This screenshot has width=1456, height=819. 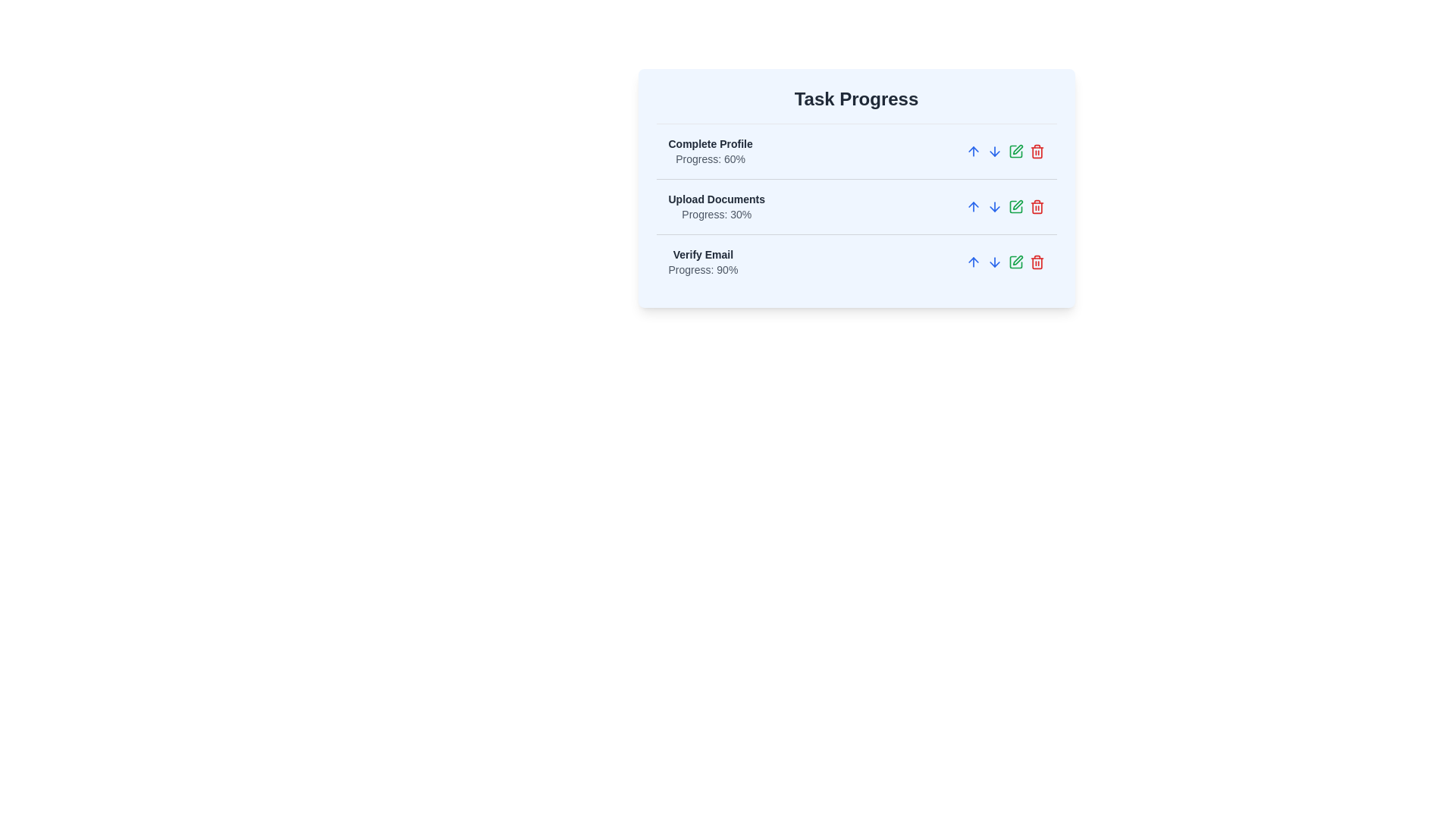 What do you see at coordinates (716, 214) in the screenshot?
I see `the text label displaying 'Progress: 30%' which is located below the 'Upload Documents' label in the 'Task Progress' section` at bounding box center [716, 214].